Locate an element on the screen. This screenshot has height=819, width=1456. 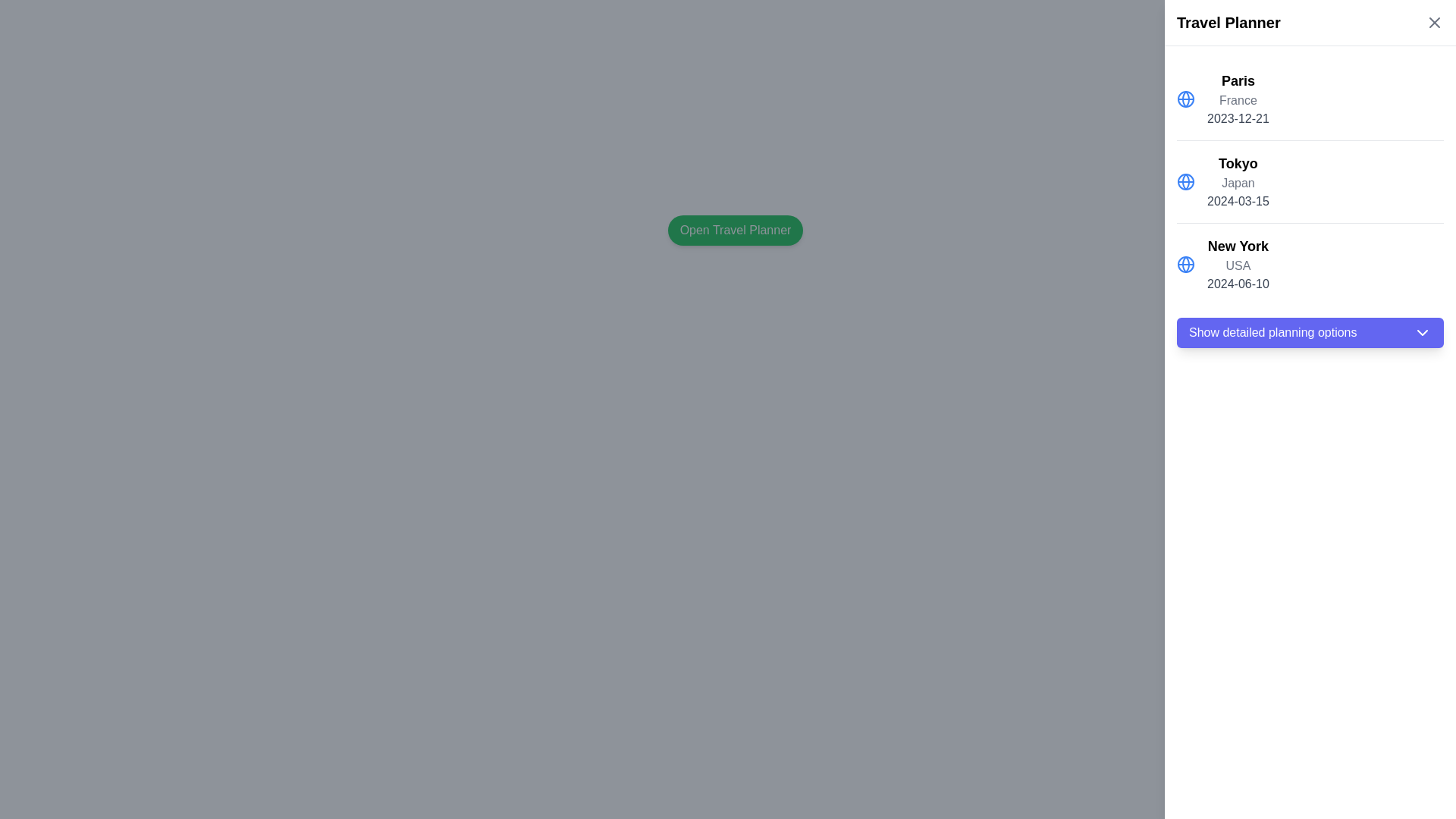
the static text label displaying 'Japan', which is located below the city name 'Tokyo' and above the date '2024-03-15' in the right-hand column of the 'Travel Planner' section is located at coordinates (1238, 183).